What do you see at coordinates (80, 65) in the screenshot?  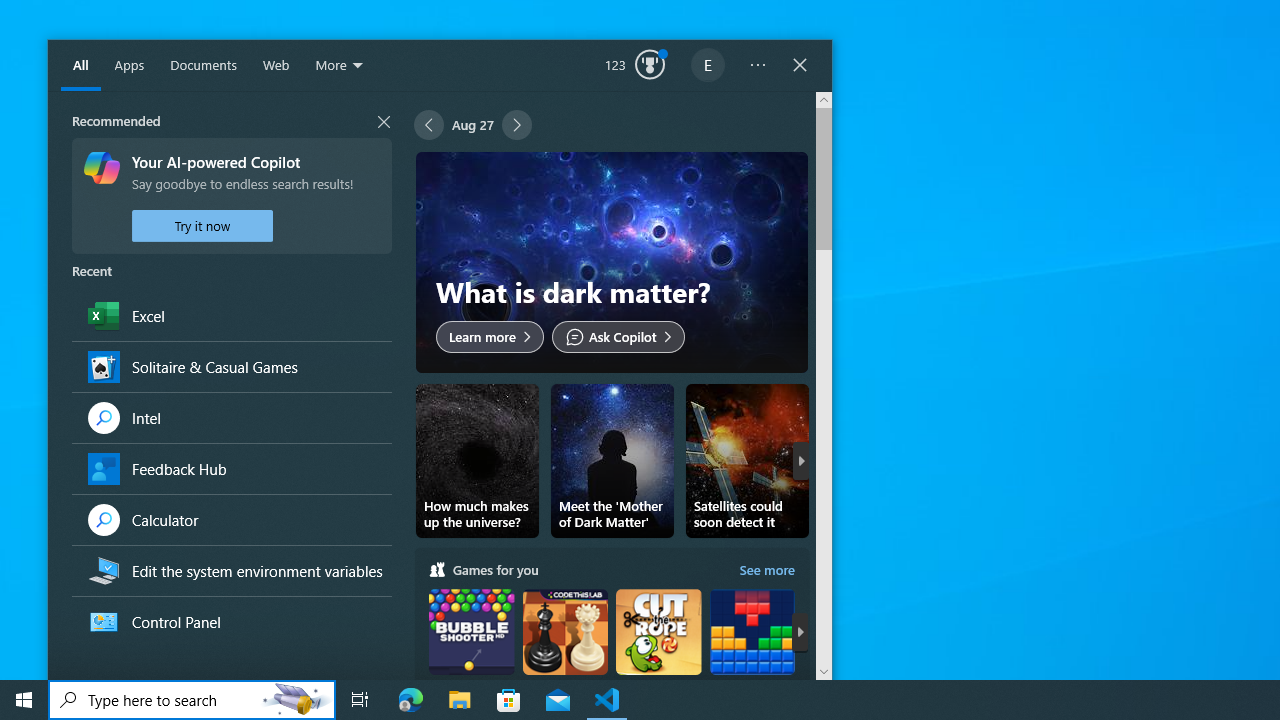 I see `'All'` at bounding box center [80, 65].